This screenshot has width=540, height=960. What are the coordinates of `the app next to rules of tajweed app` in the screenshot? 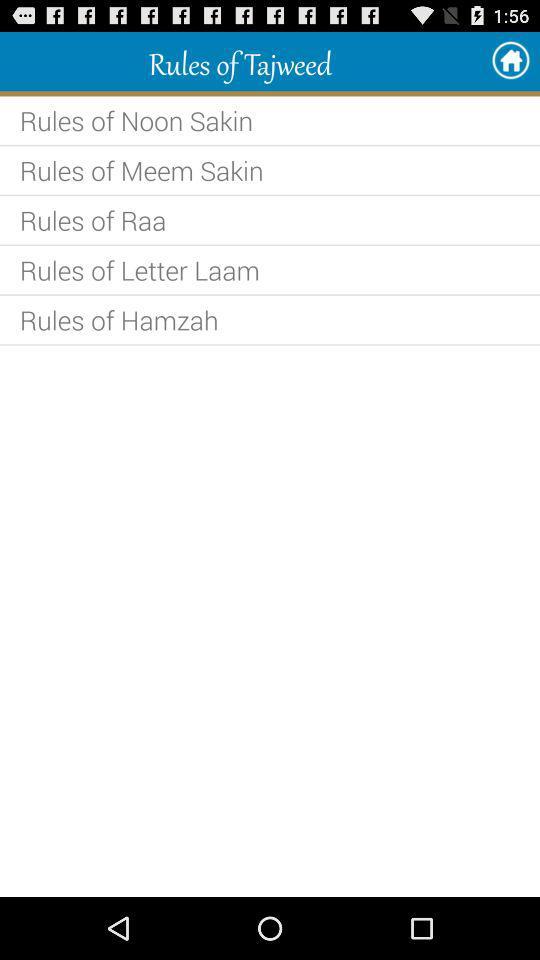 It's located at (510, 61).